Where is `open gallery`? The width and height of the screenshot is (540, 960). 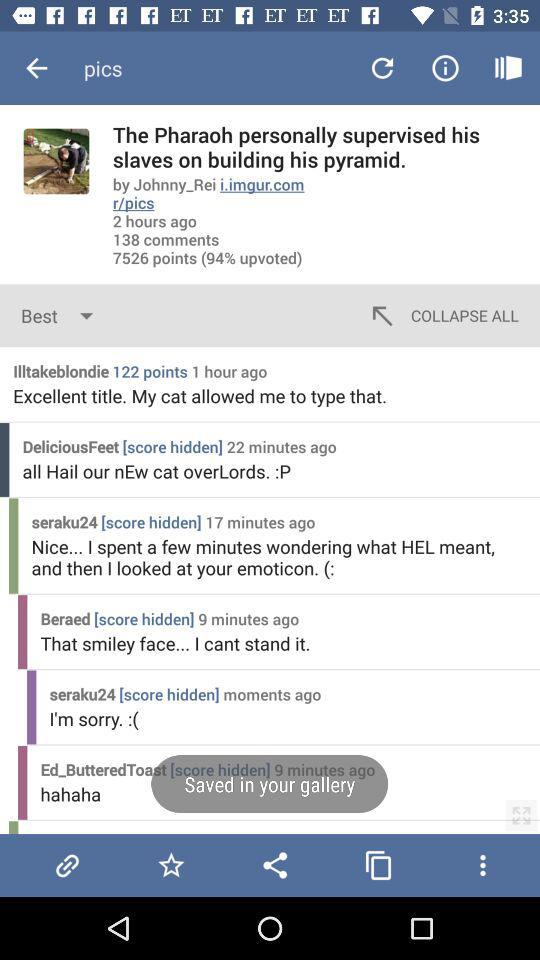
open gallery is located at coordinates (378, 864).